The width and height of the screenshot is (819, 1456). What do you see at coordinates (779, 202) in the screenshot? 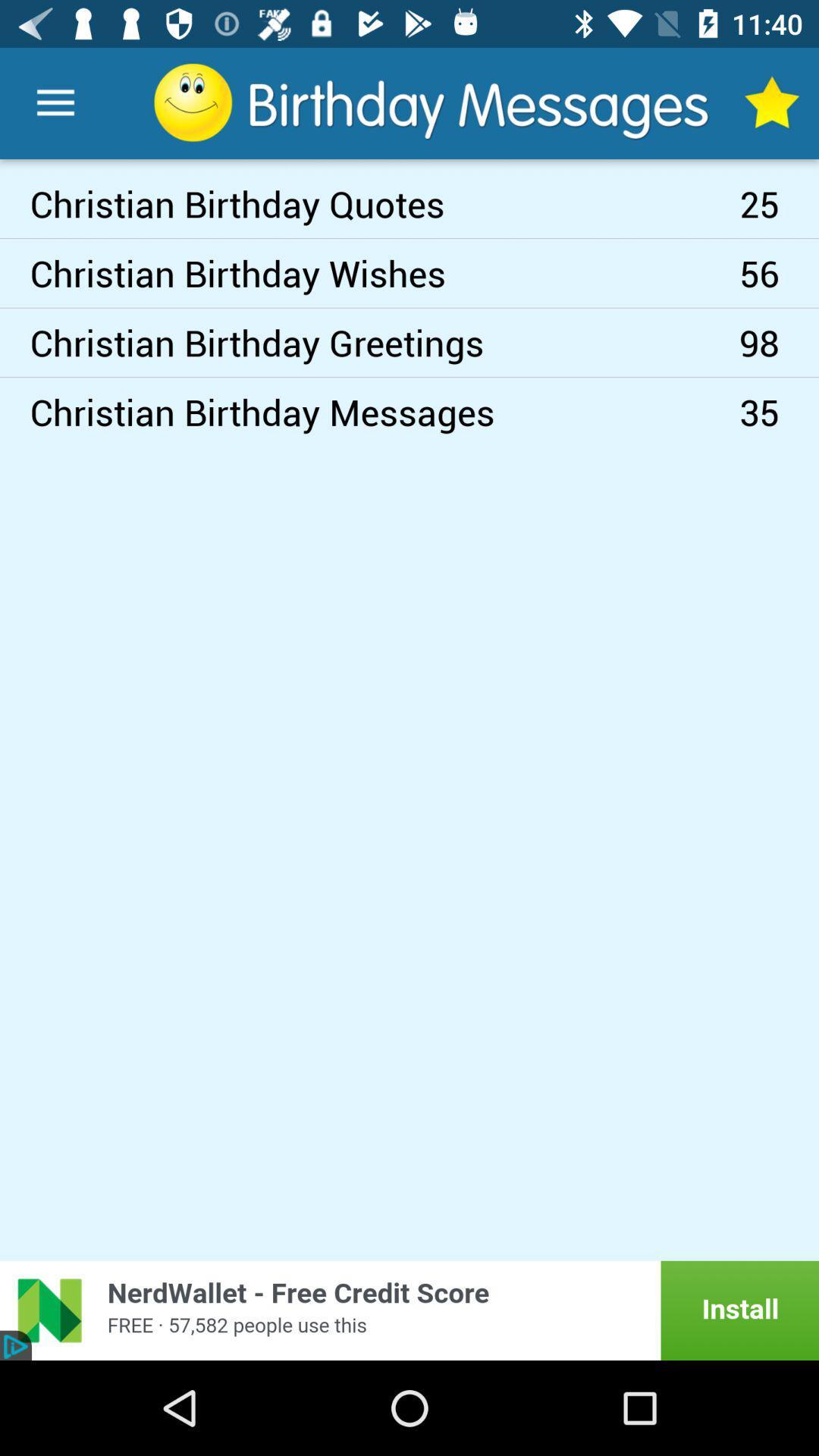
I see `25 icon` at bounding box center [779, 202].